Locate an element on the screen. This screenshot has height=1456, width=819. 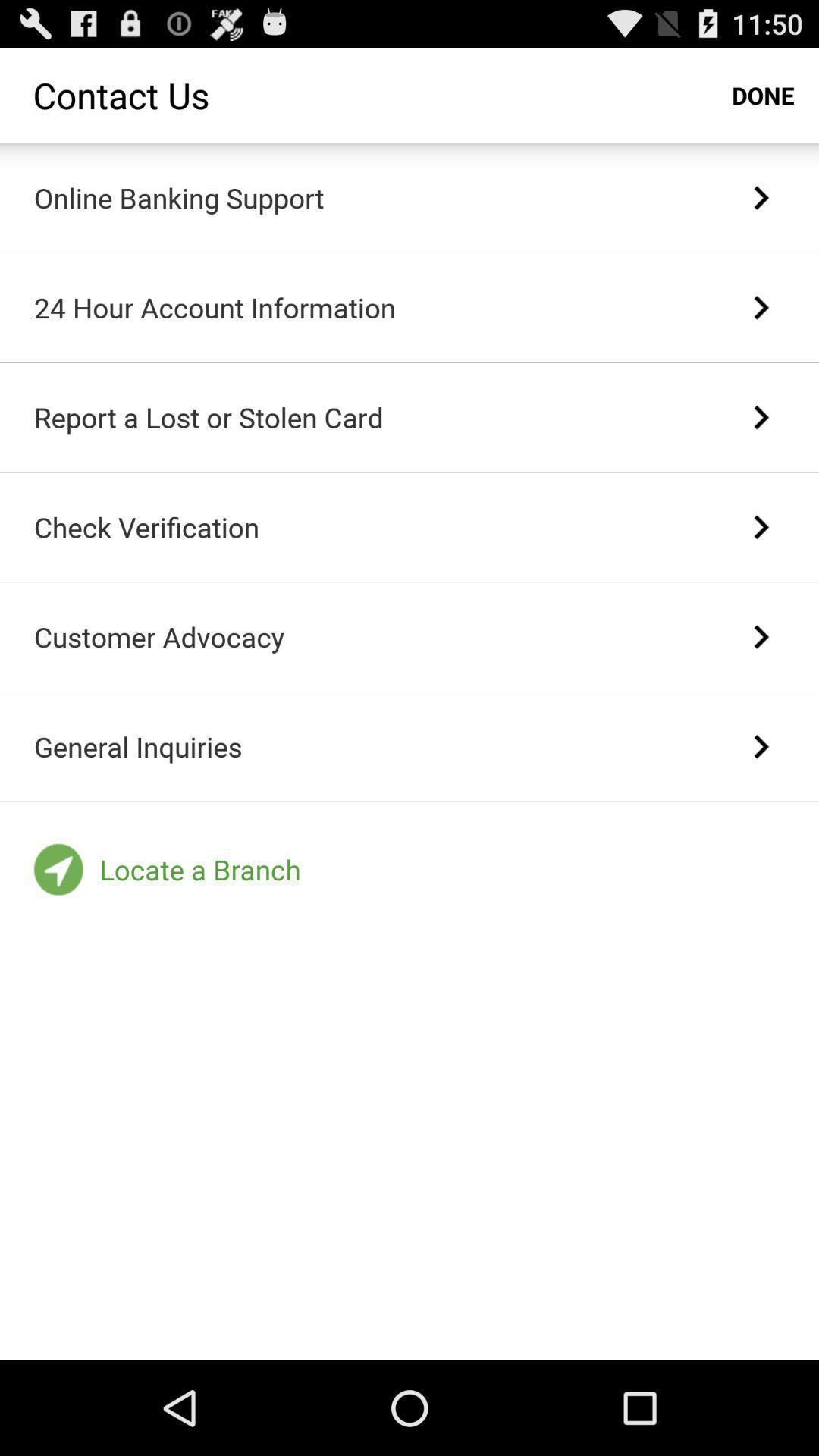
the online banking support is located at coordinates (178, 196).